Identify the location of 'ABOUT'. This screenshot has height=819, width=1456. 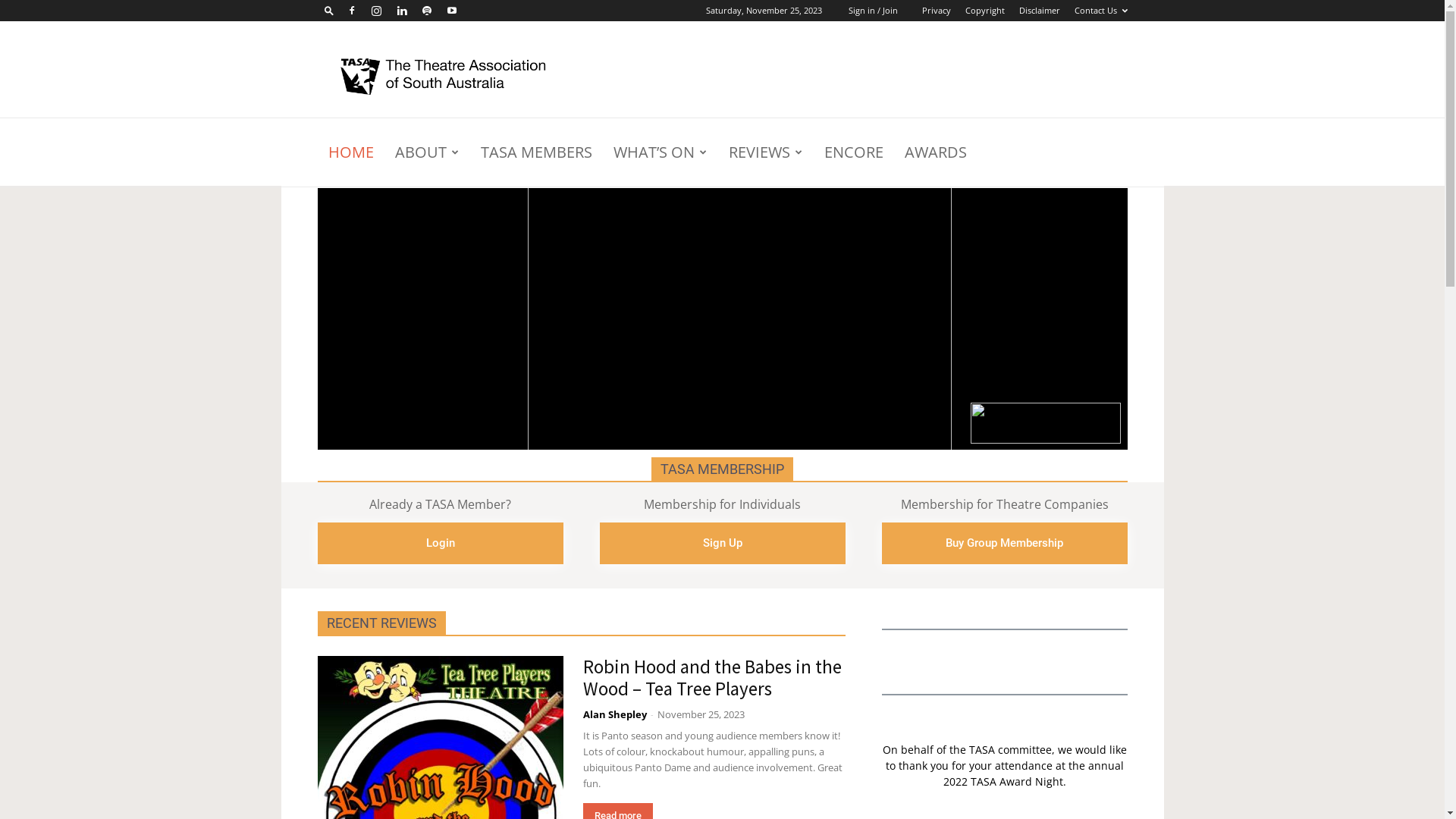
(425, 152).